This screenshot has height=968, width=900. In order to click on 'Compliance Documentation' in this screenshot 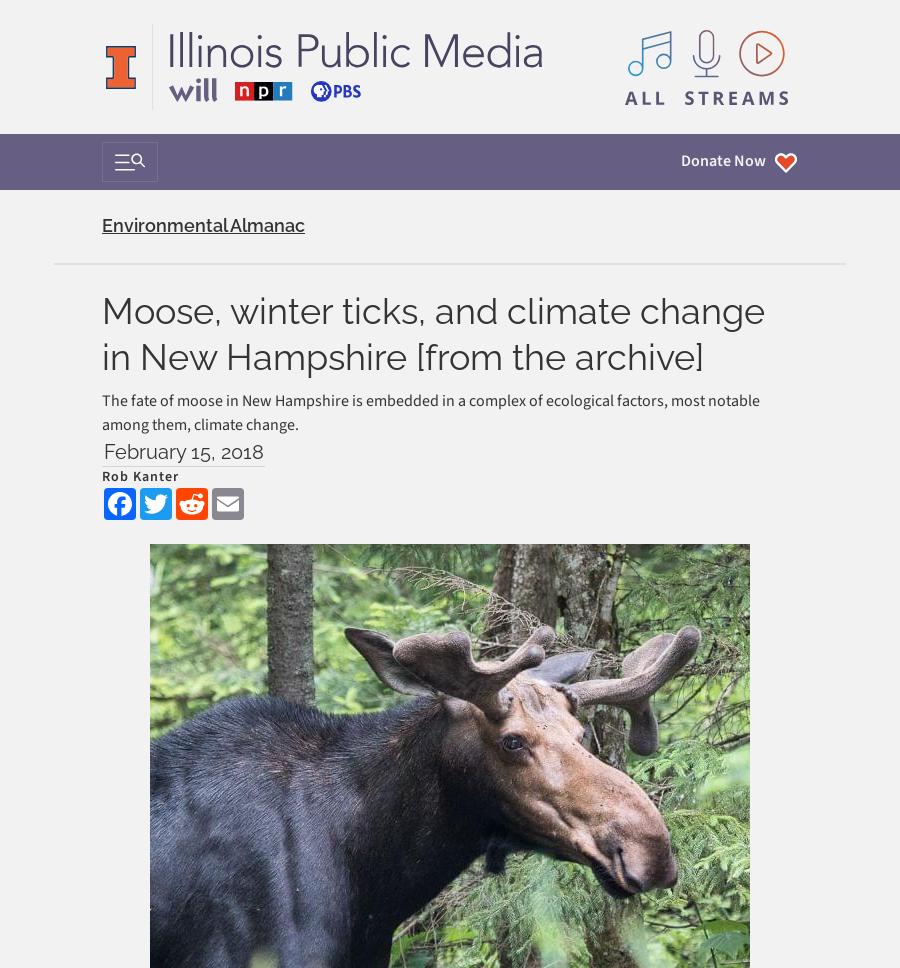, I will do `click(196, 513)`.